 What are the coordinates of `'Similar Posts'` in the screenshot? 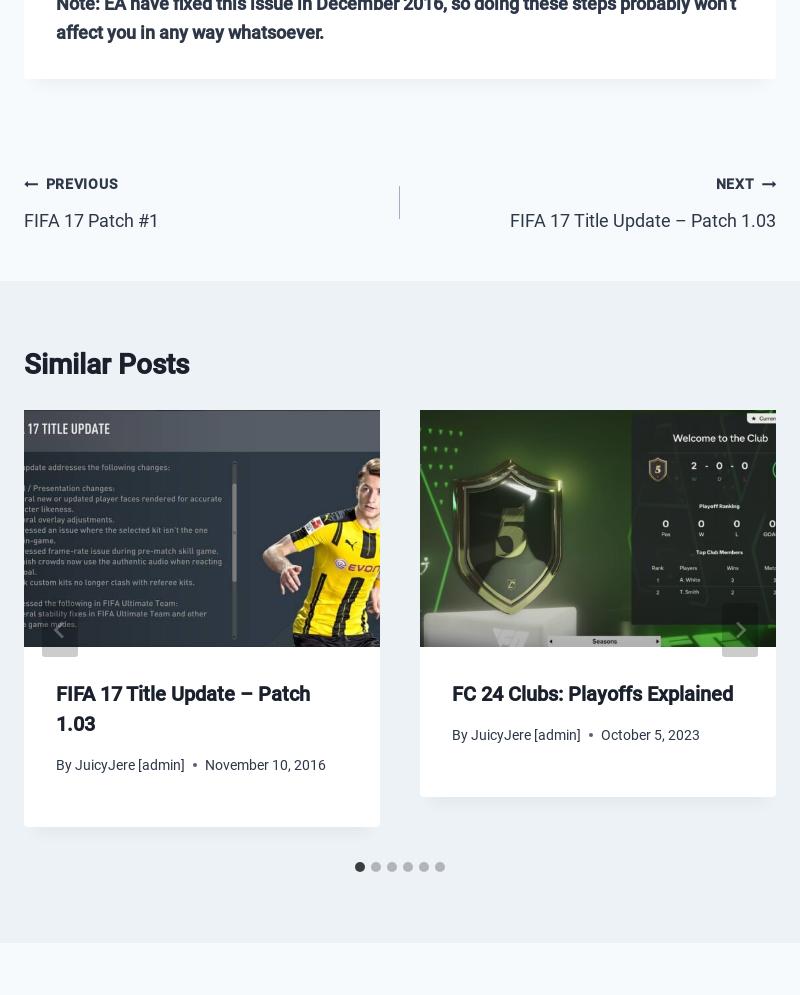 It's located at (105, 362).